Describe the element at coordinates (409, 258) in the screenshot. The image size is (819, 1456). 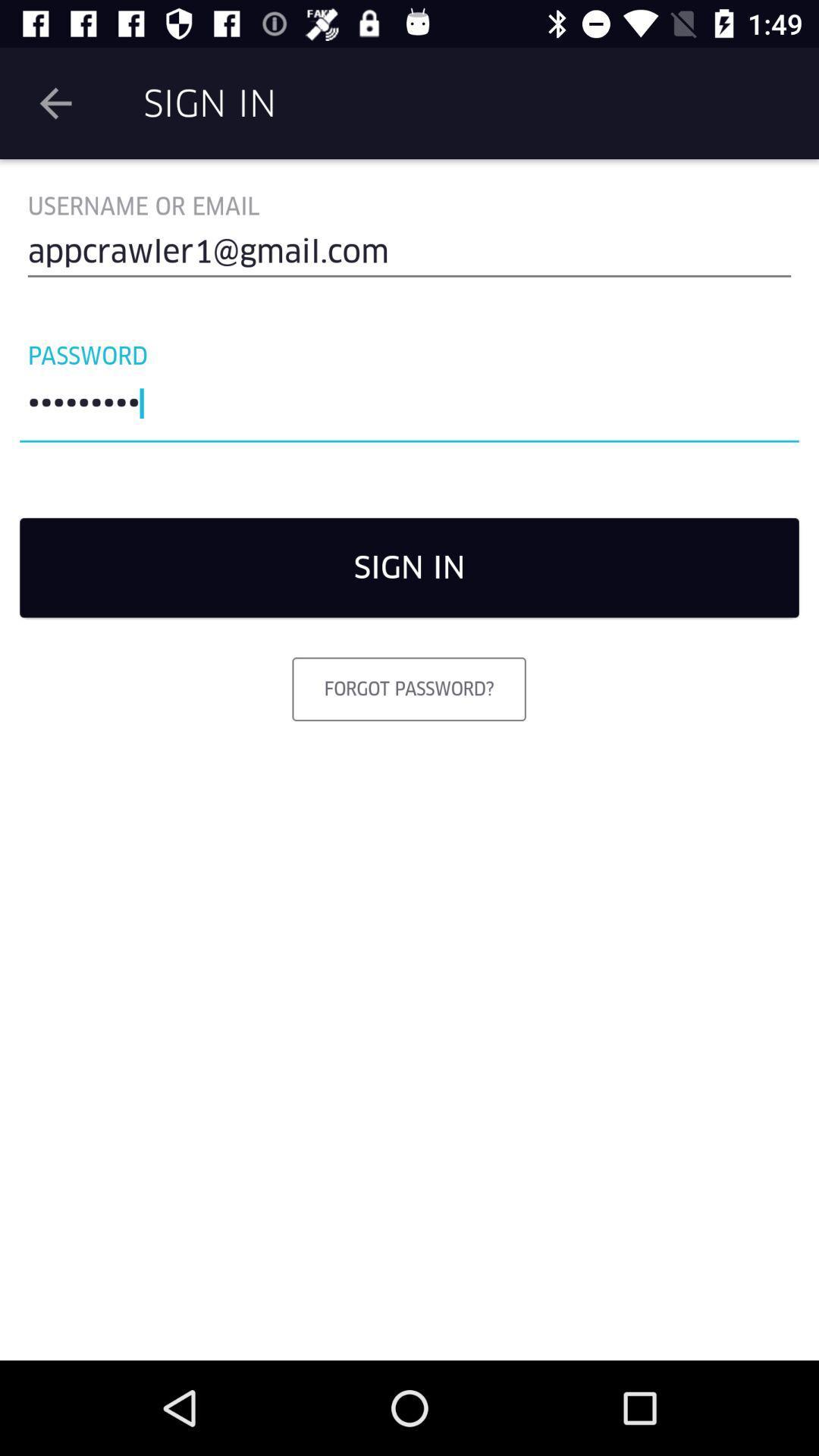
I see `the icon below the username or email icon` at that location.